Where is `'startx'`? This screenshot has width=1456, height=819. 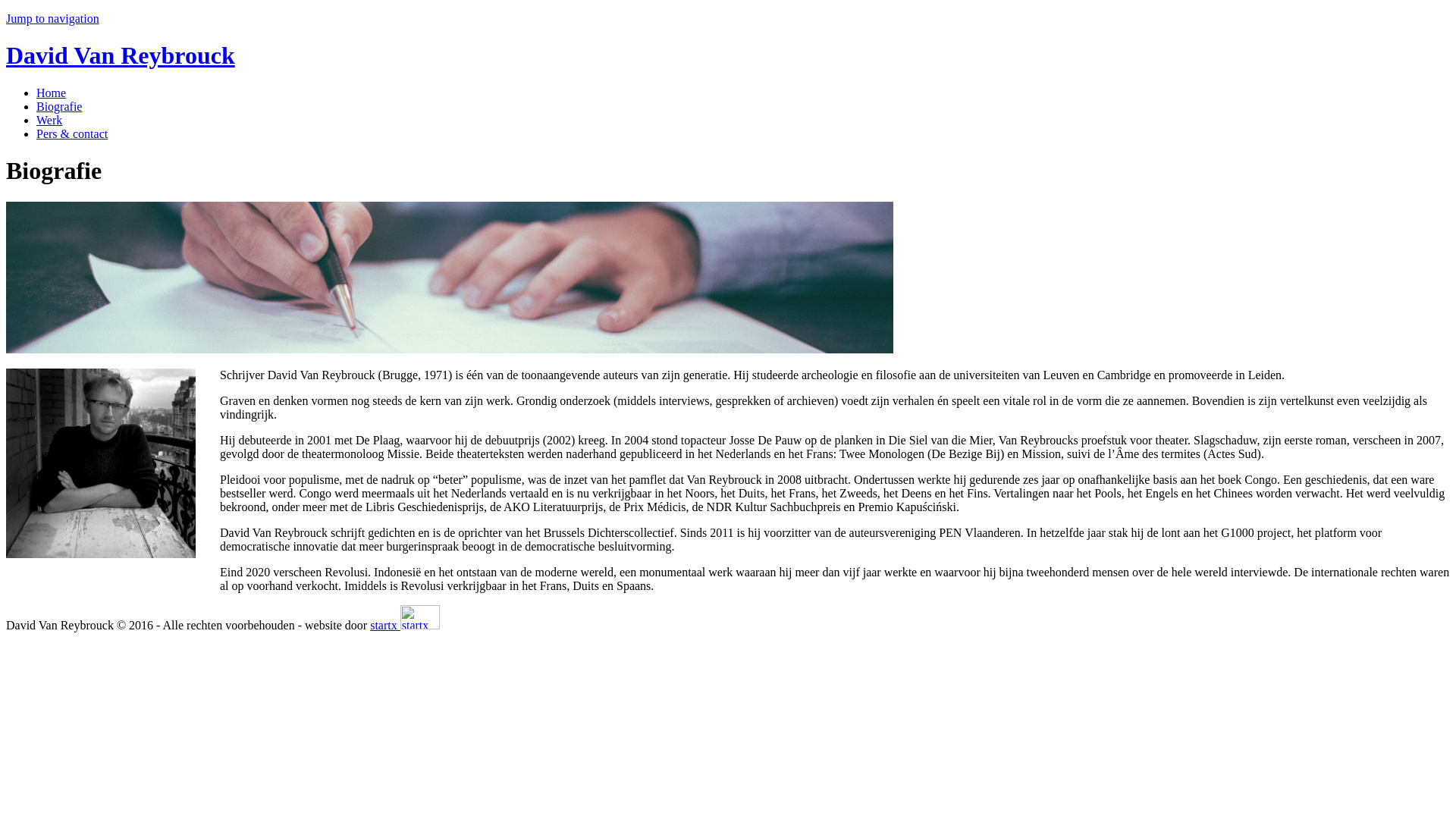 'startx' is located at coordinates (404, 625).